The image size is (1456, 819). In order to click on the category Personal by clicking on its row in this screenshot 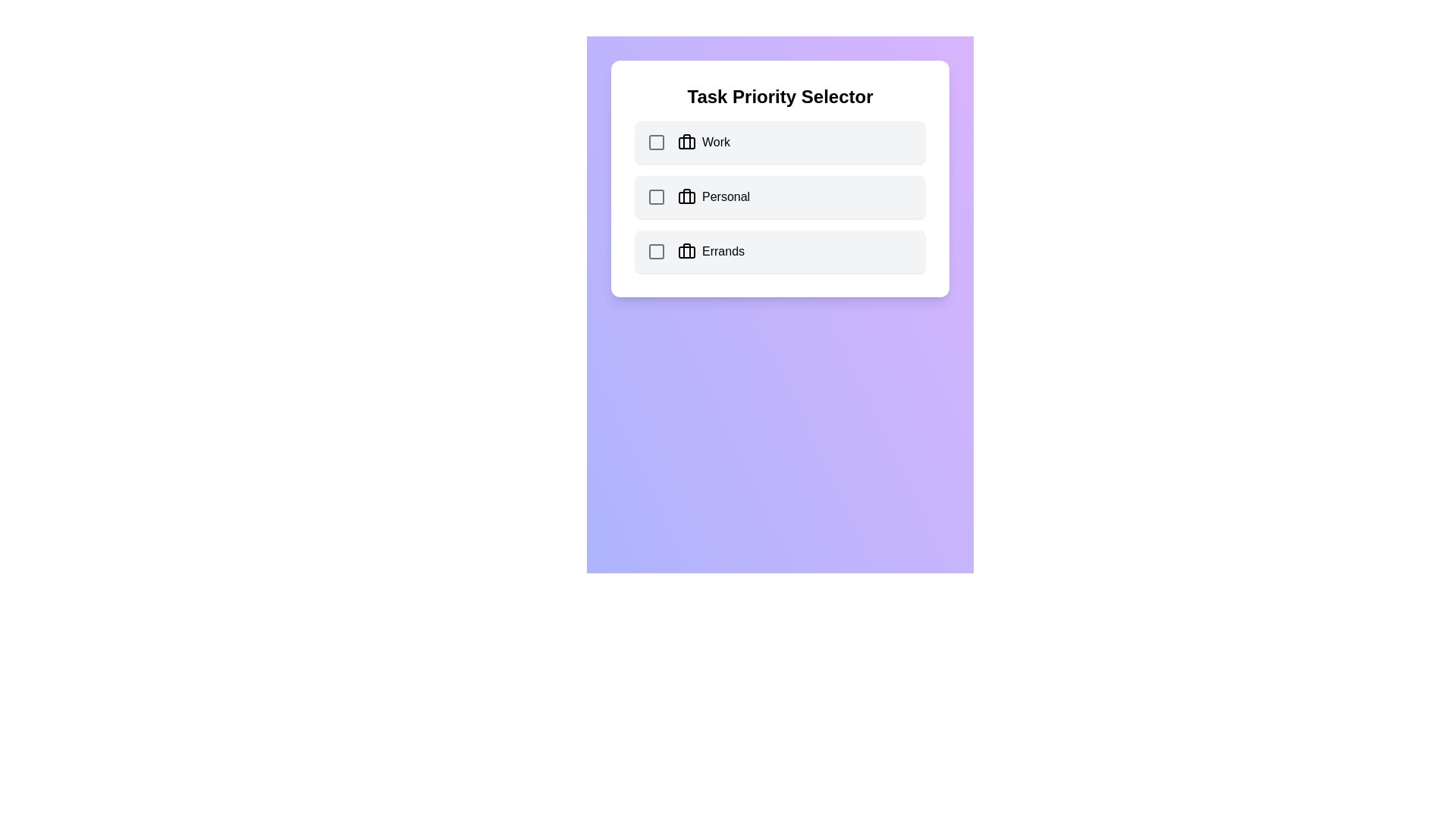, I will do `click(780, 196)`.